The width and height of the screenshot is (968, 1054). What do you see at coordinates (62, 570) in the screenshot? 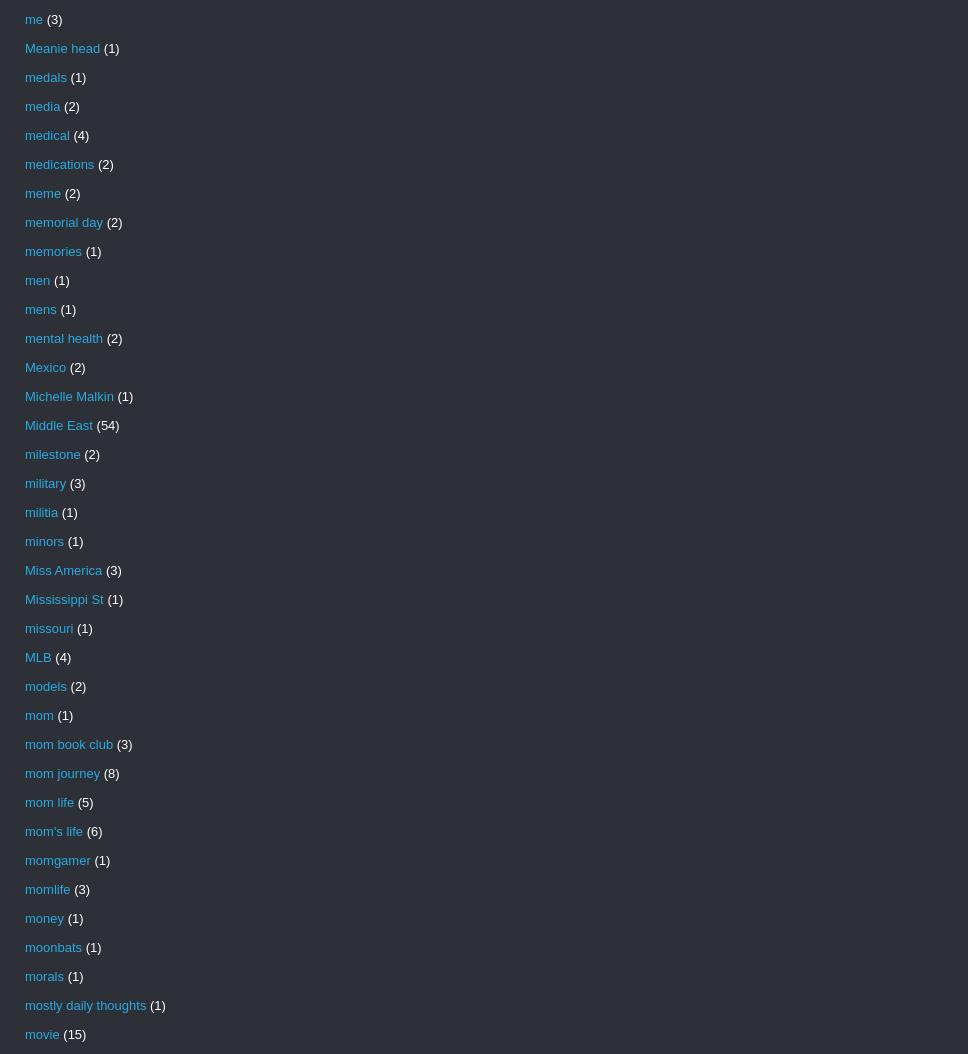
I see `'Miss America'` at bounding box center [62, 570].